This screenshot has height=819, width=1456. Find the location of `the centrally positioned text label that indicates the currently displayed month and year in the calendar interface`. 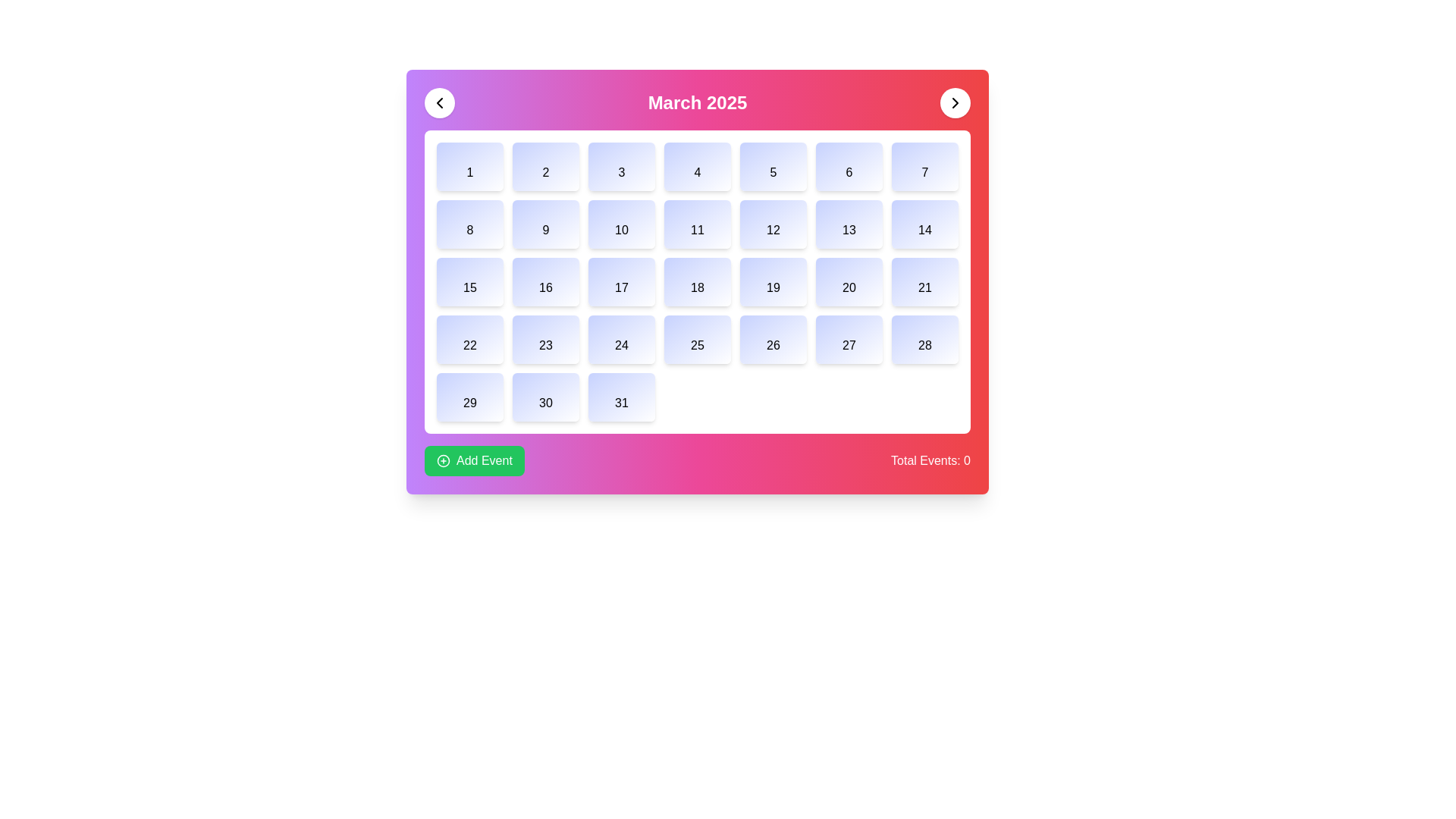

the centrally positioned text label that indicates the currently displayed month and year in the calendar interface is located at coordinates (697, 102).